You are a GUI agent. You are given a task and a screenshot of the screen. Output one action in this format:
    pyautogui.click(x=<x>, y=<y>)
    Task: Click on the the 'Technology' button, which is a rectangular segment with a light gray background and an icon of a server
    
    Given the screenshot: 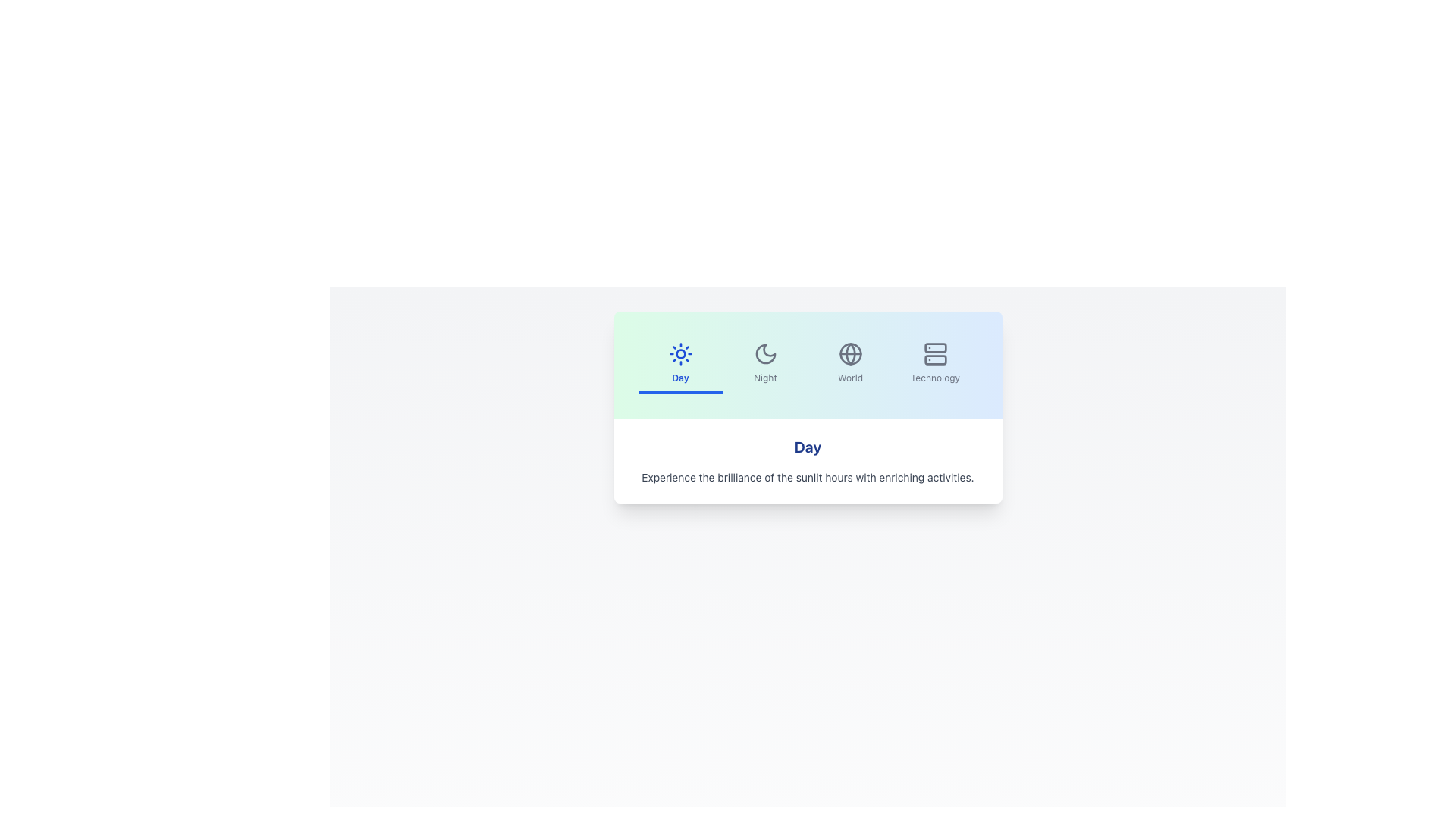 What is the action you would take?
    pyautogui.click(x=934, y=365)
    